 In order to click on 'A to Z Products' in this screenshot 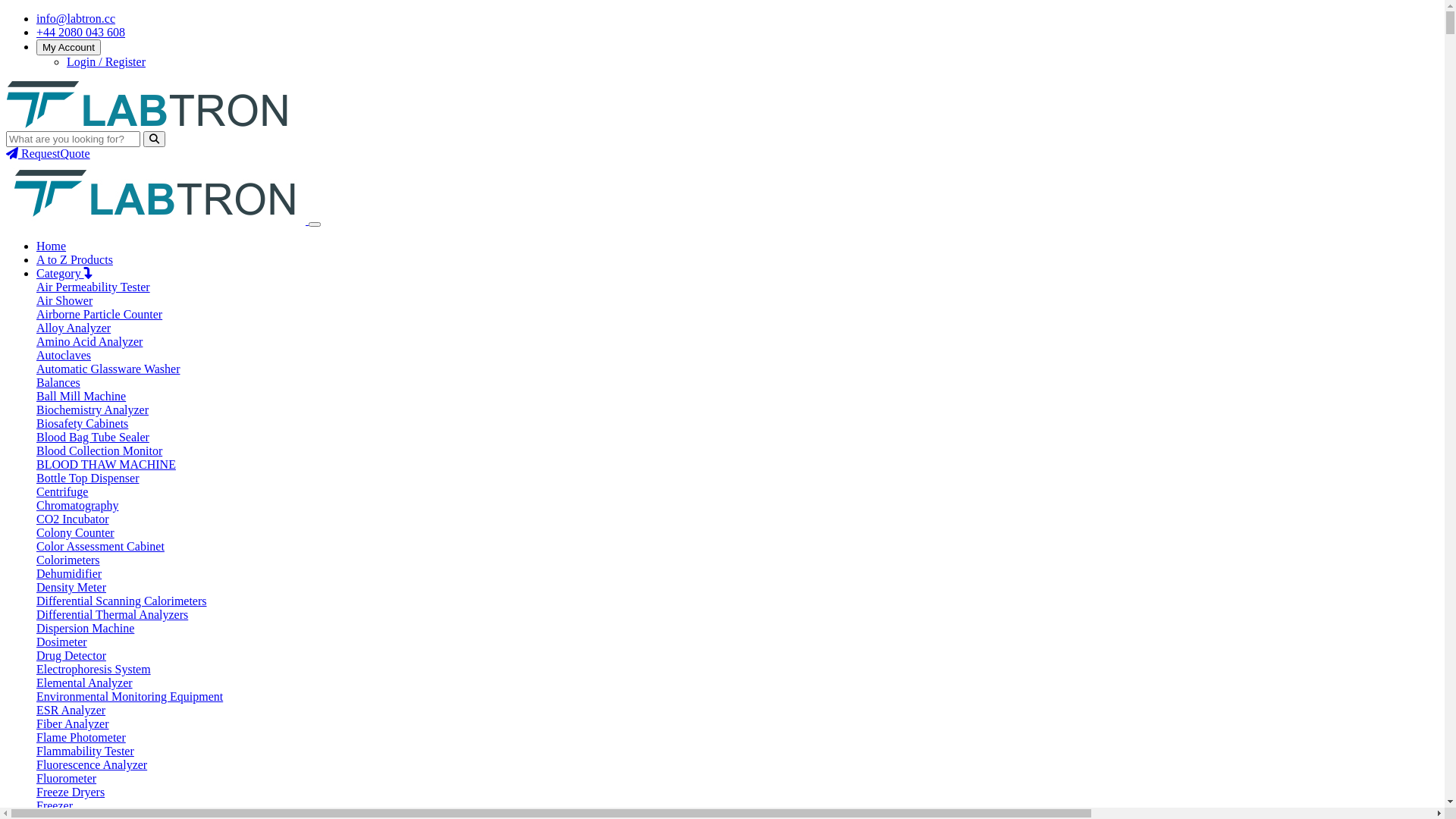, I will do `click(74, 259)`.